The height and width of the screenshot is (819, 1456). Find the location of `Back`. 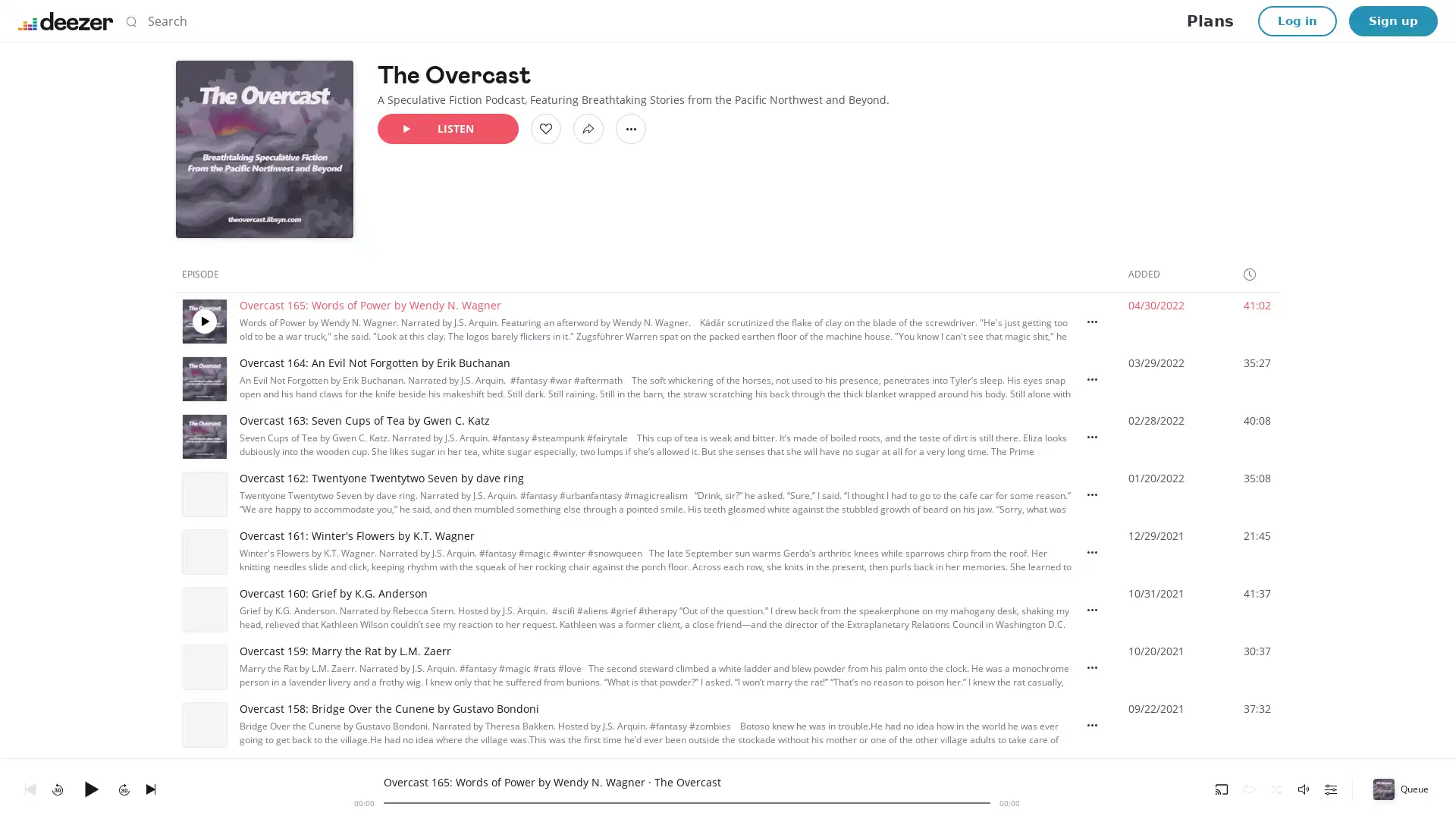

Back is located at coordinates (30, 788).